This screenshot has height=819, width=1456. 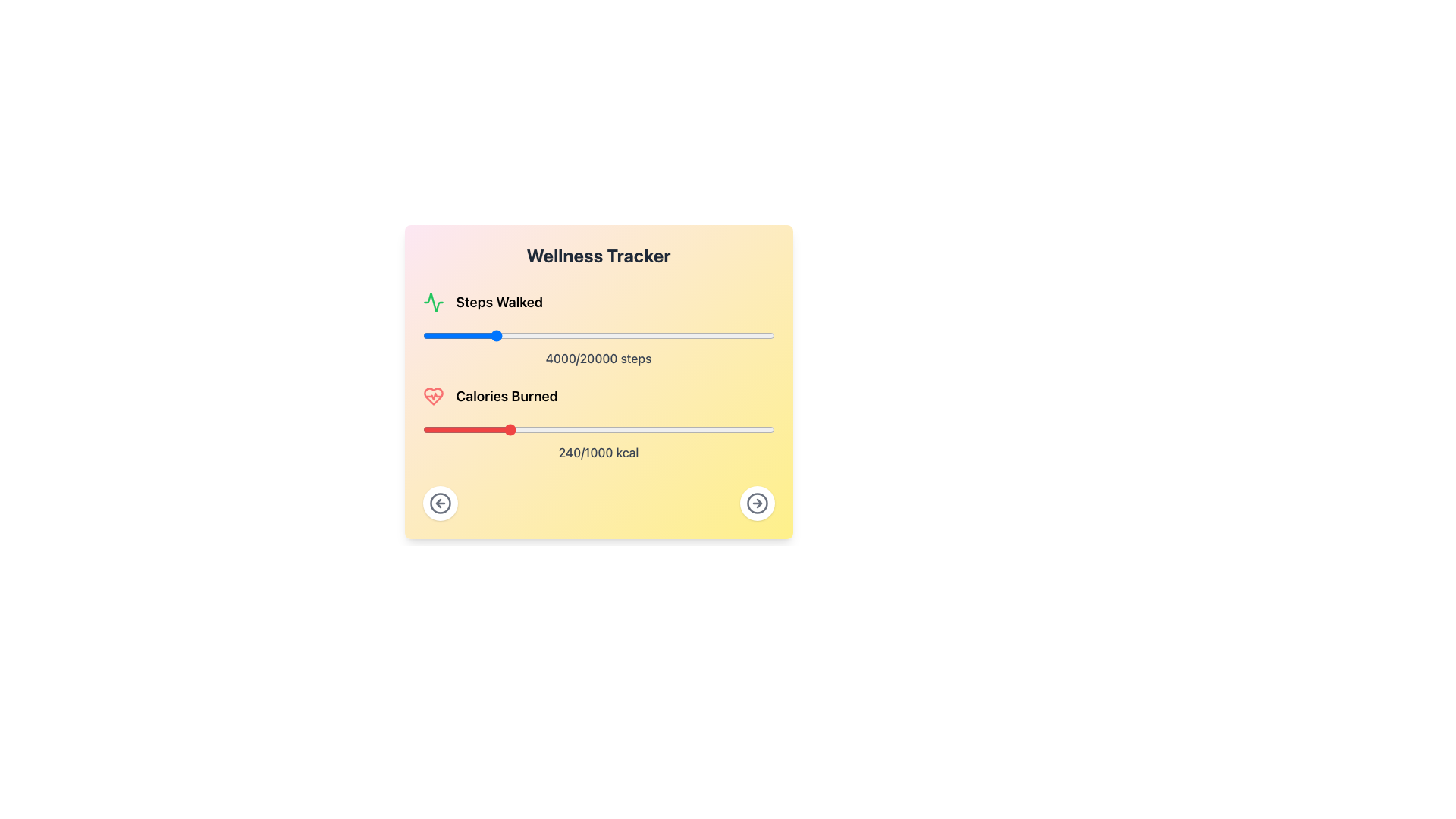 What do you see at coordinates (661, 335) in the screenshot?
I see `the 'Steps Walked' slider` at bounding box center [661, 335].